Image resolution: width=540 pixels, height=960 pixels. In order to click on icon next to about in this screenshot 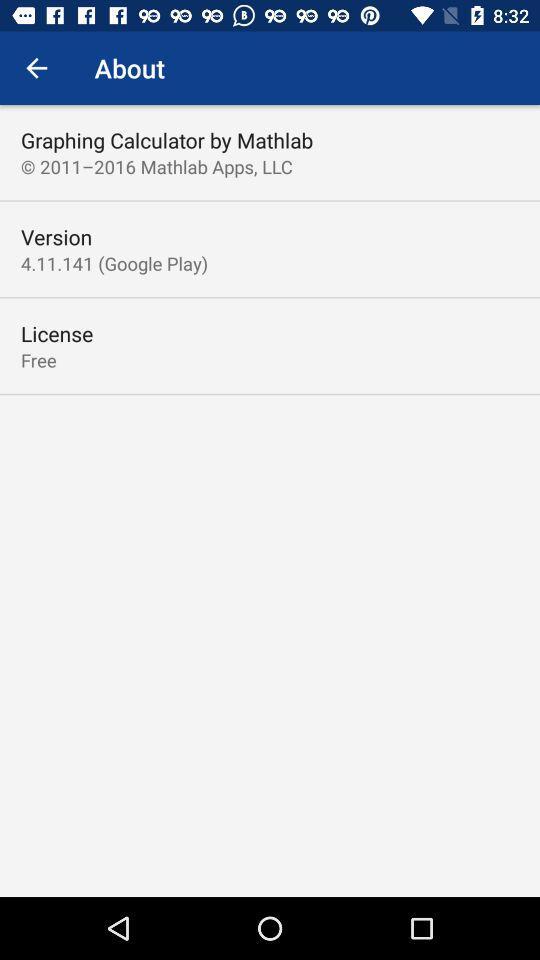, I will do `click(36, 68)`.